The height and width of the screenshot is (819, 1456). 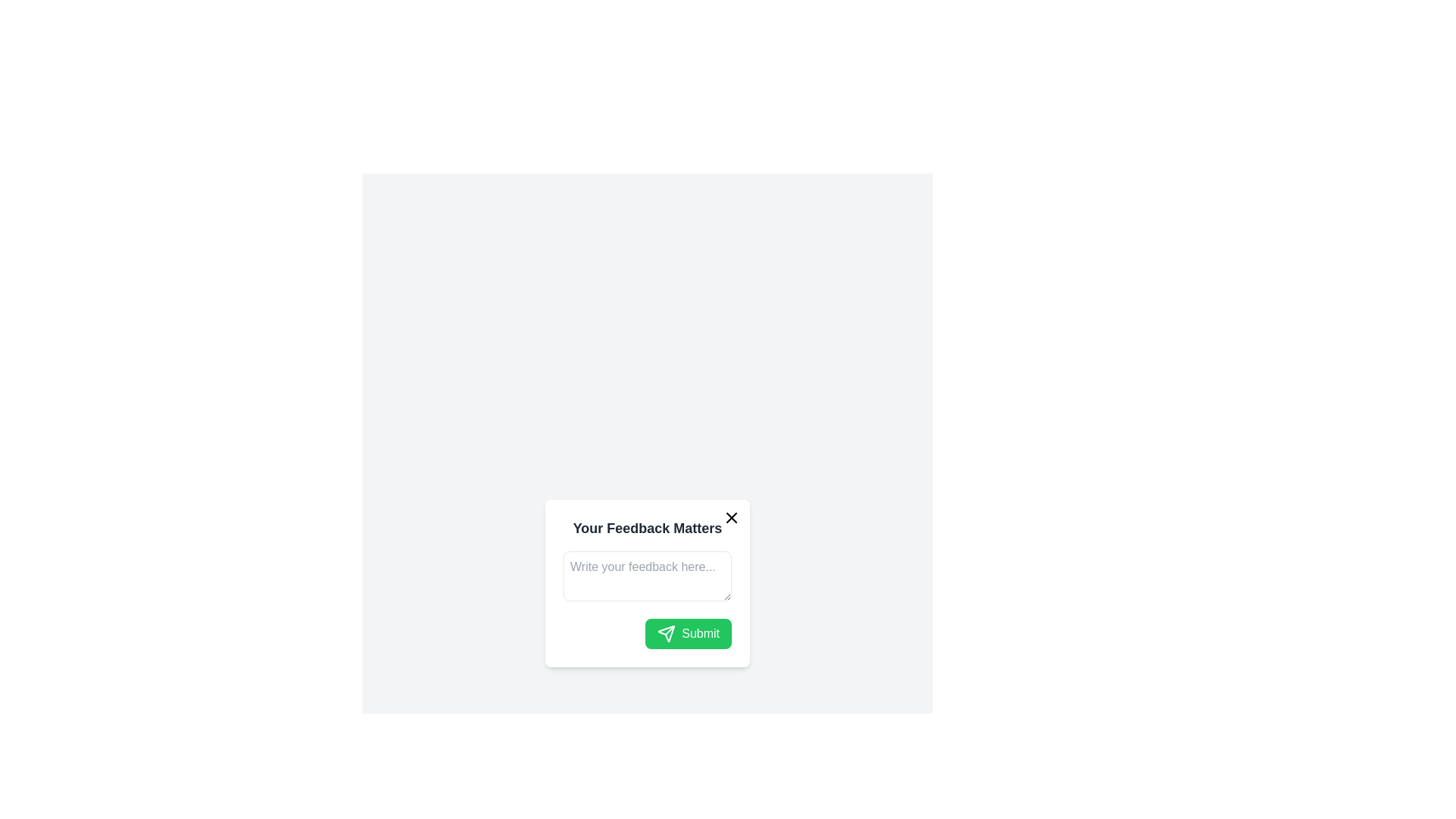 I want to click on the close button located at the top-right corner of the feedback form, so click(x=731, y=516).